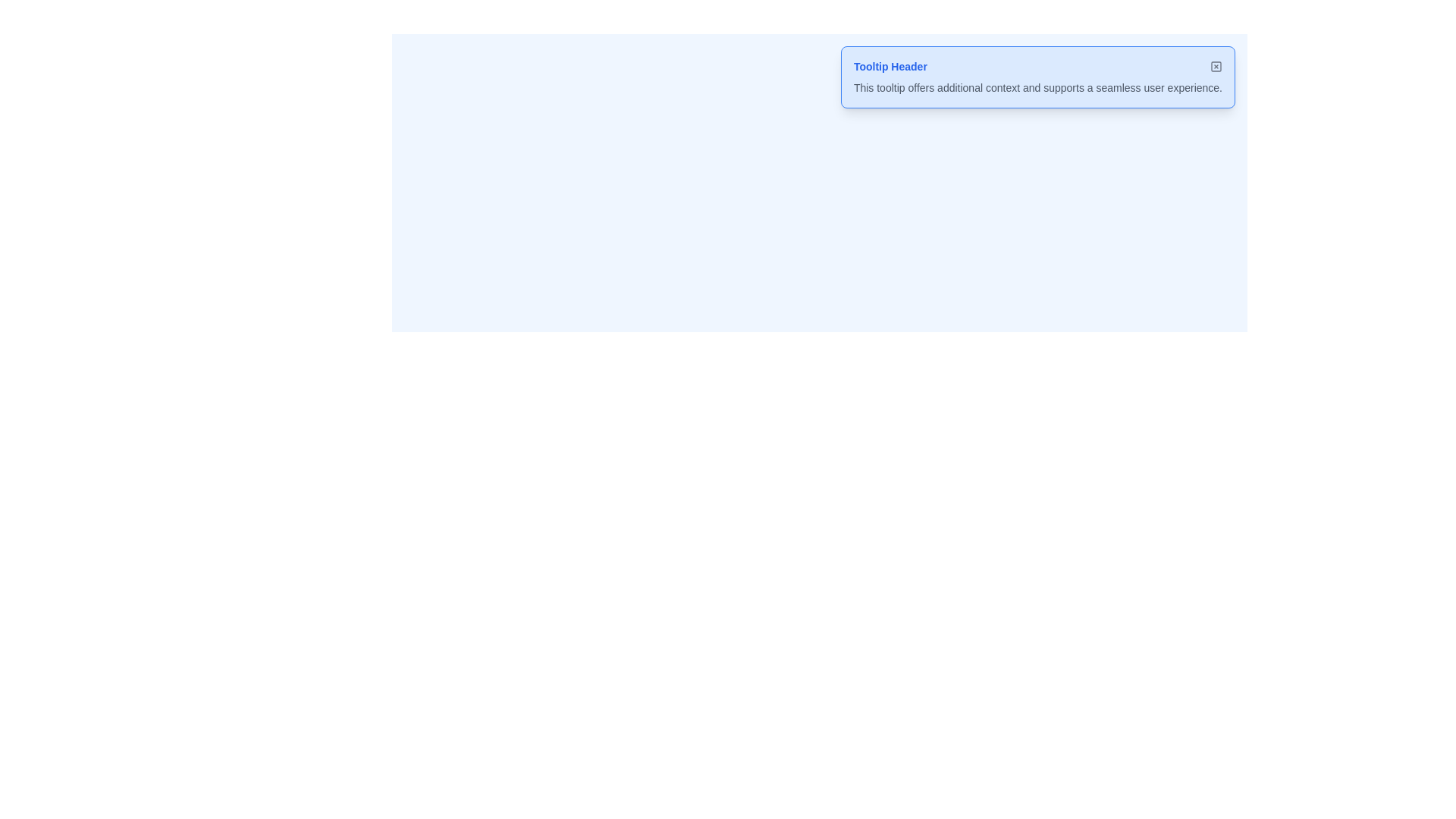  Describe the element at coordinates (1216, 66) in the screenshot. I see `the small interactive 'X' icon button located at the top-right corner of the header area labeled 'Tooltip Header' to observe a color change` at that location.